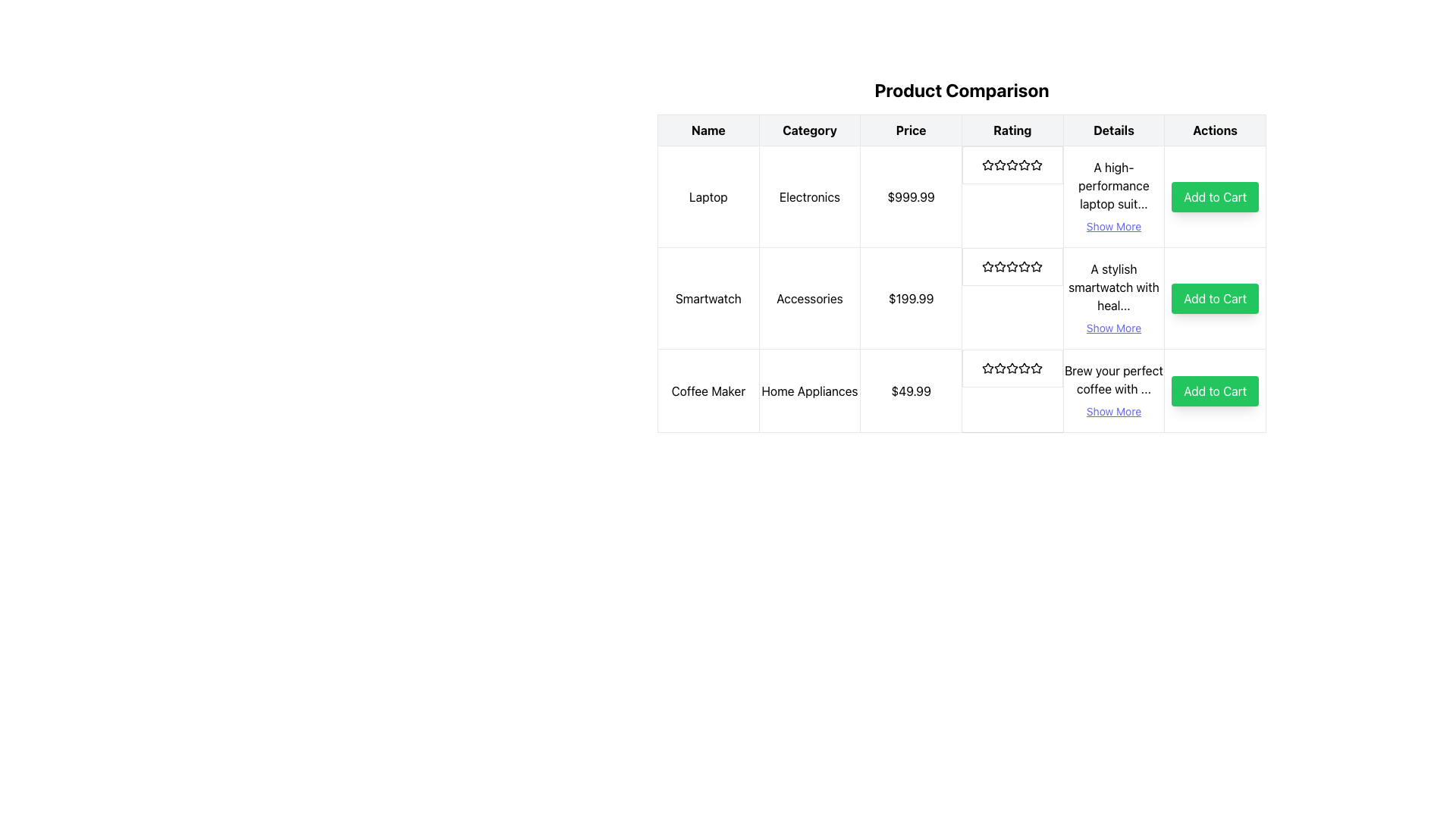 This screenshot has height=819, width=1456. Describe the element at coordinates (1000, 368) in the screenshot. I see `the third star in the five-star rating system for the 'Coffee Maker' to rate it` at that location.